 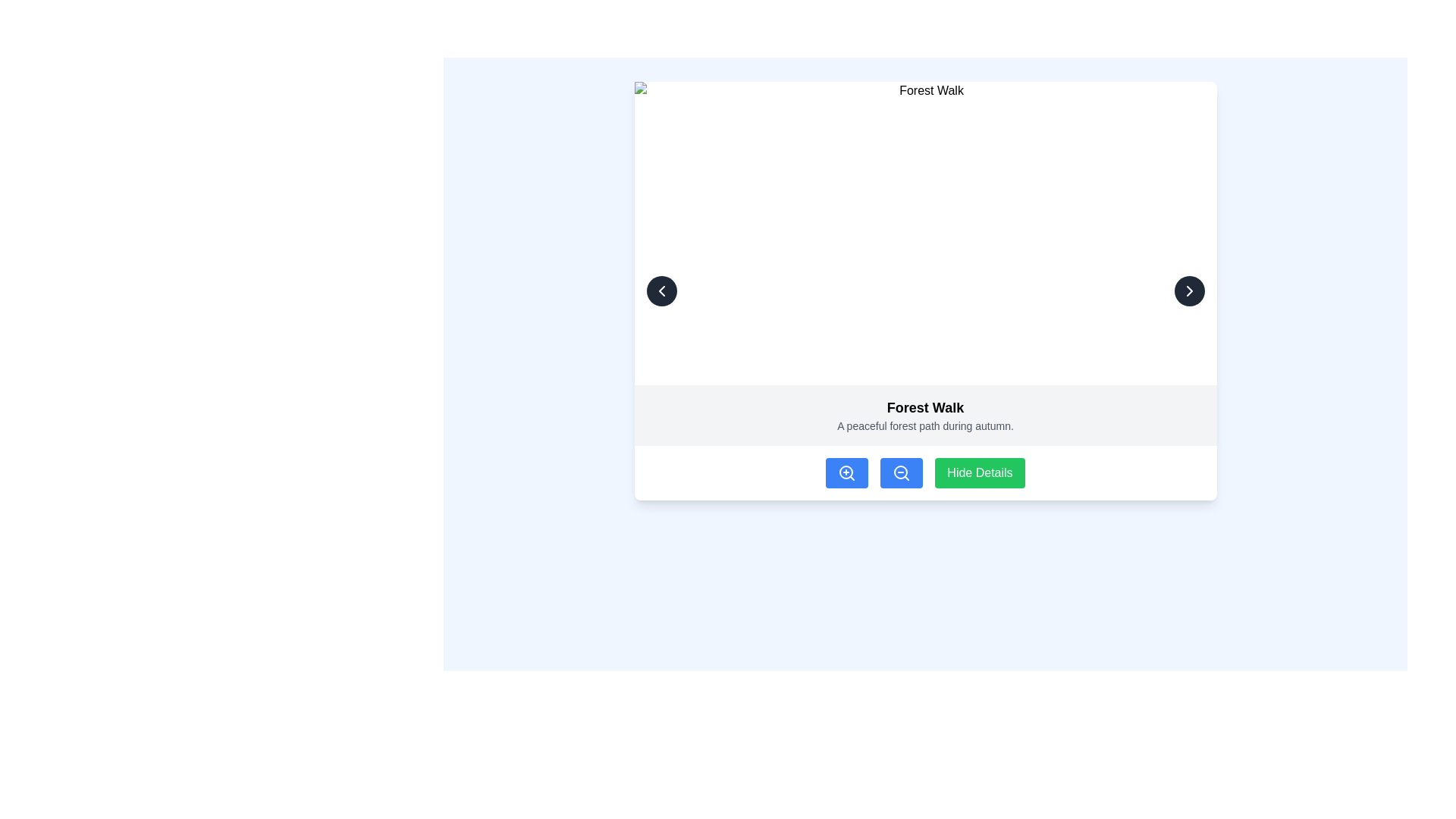 I want to click on the green rectangular button labeled 'Hide Details', so click(x=980, y=472).